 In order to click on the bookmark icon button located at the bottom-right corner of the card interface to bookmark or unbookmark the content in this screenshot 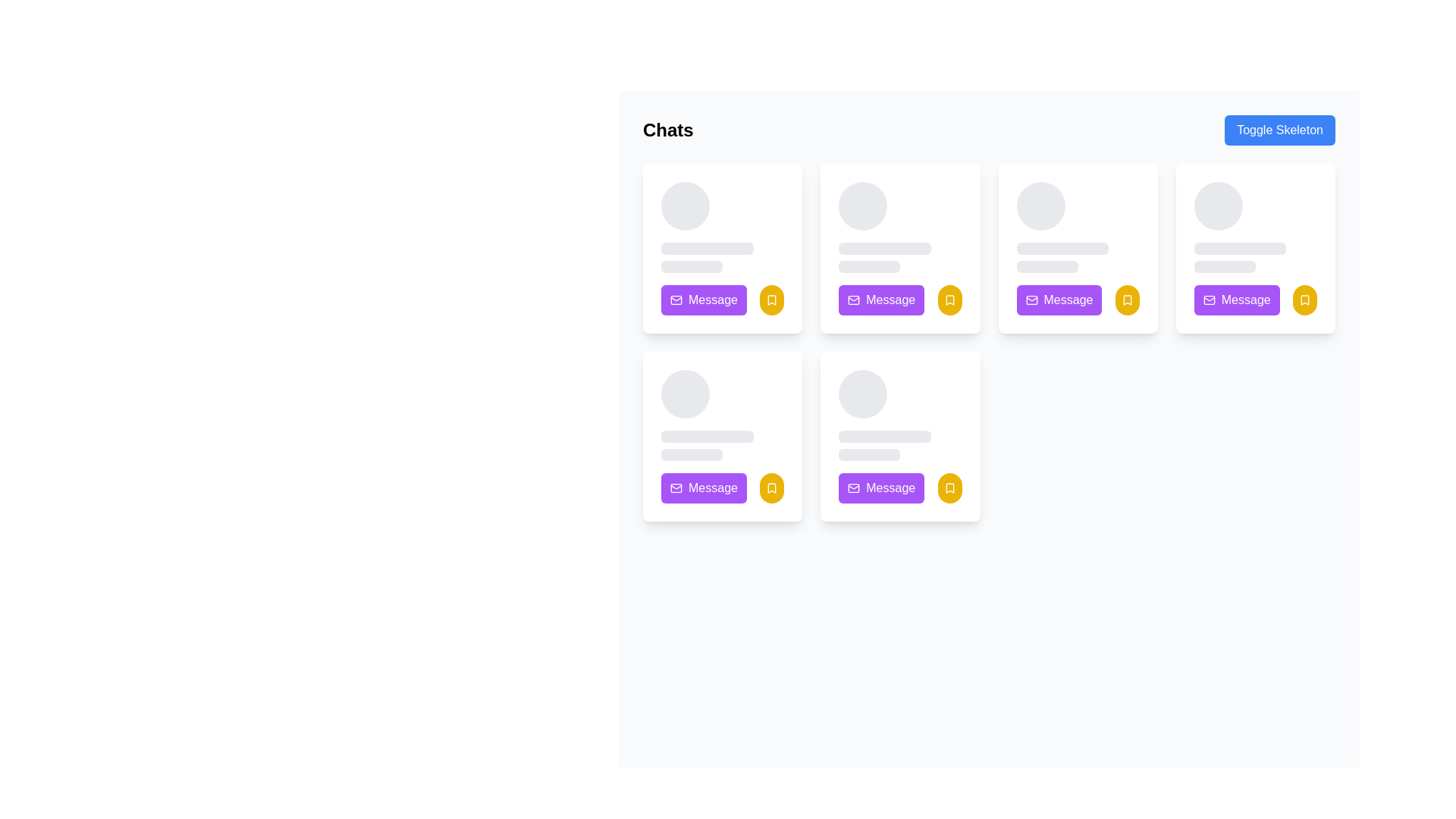, I will do `click(1304, 300)`.